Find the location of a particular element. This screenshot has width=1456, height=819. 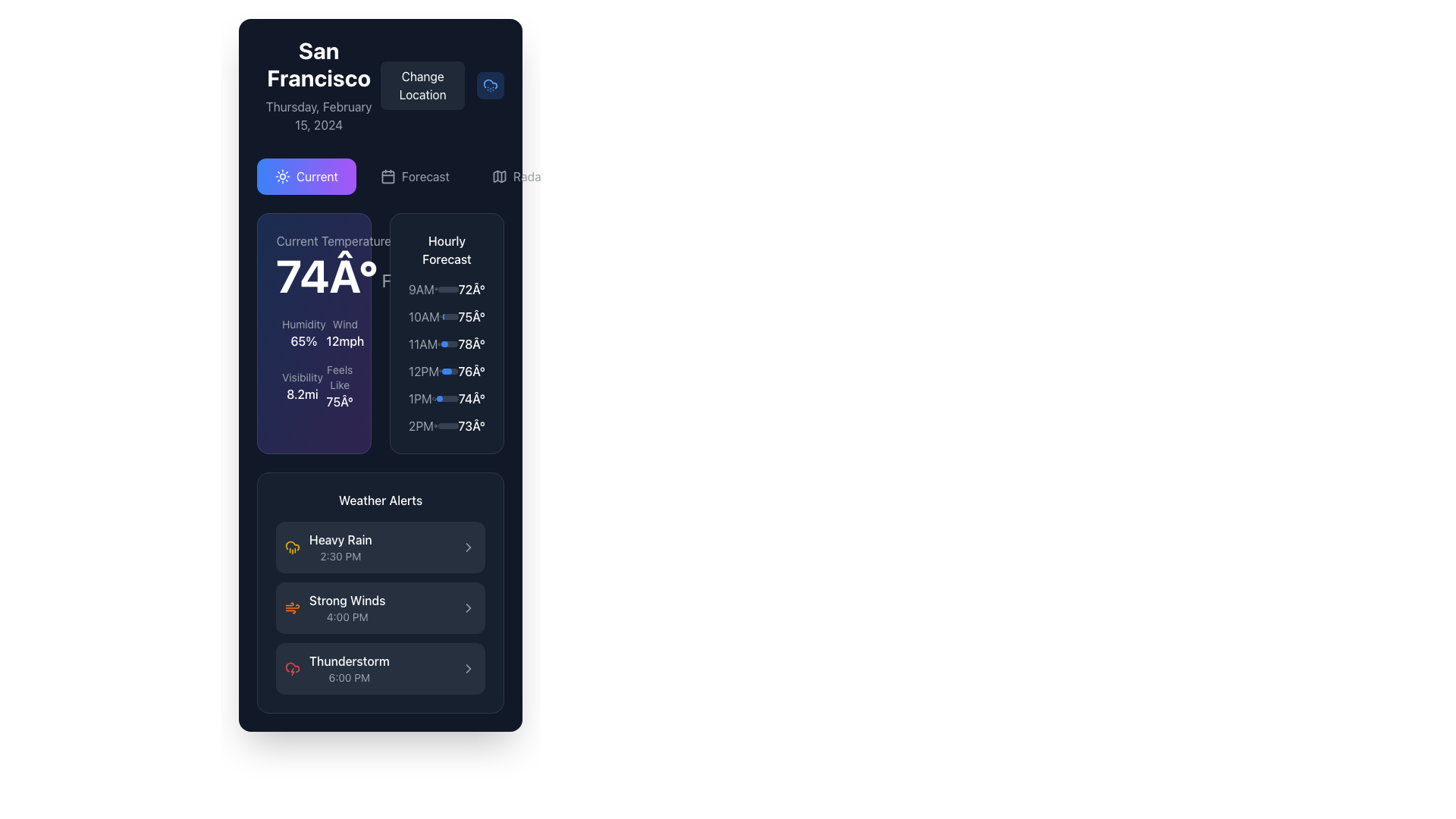

the circular sun icon inside the 'Current' button, which is part of the navigation section of the application is located at coordinates (283, 175).